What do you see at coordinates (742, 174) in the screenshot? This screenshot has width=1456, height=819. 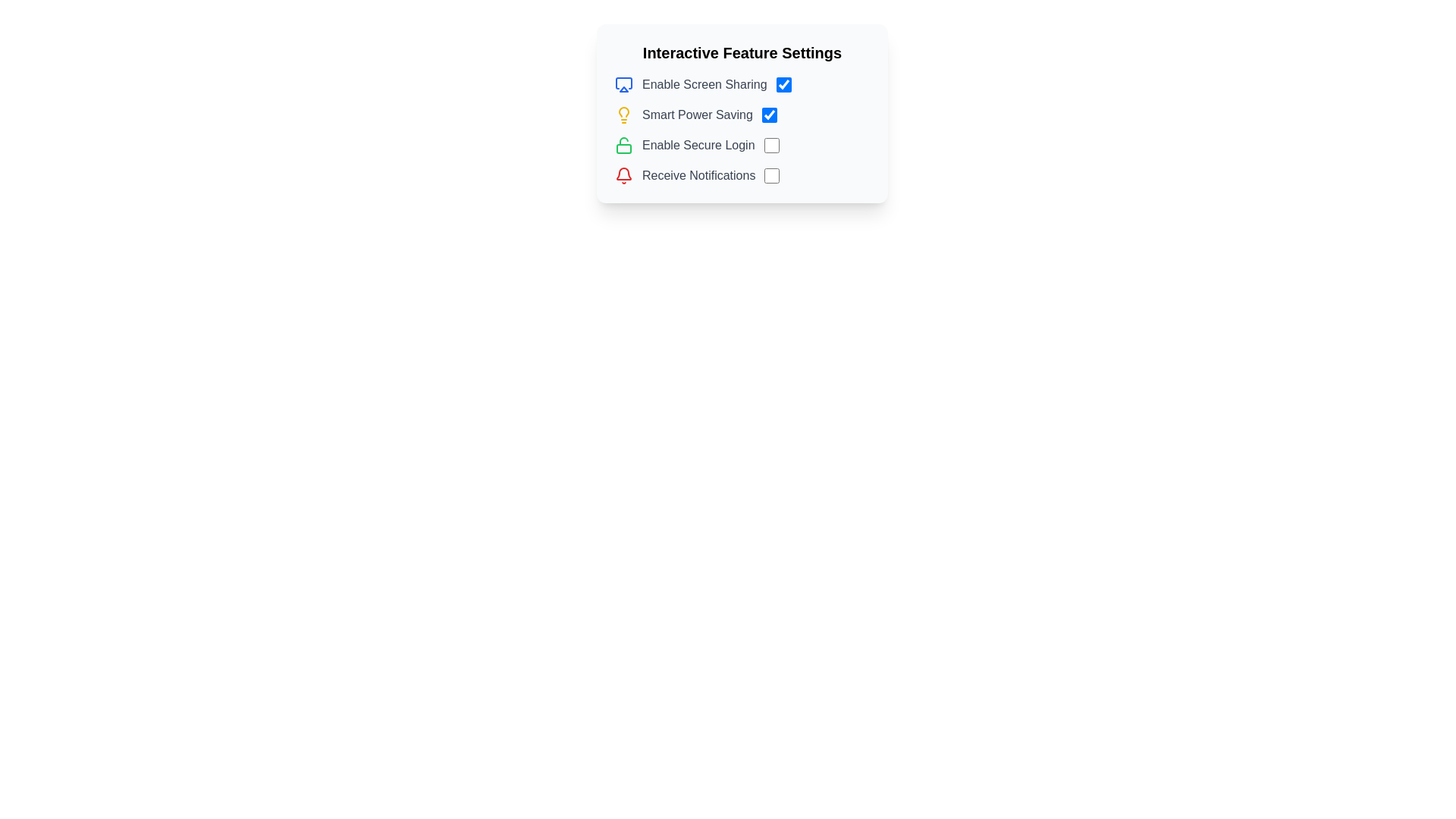 I see `the checkbox` at bounding box center [742, 174].